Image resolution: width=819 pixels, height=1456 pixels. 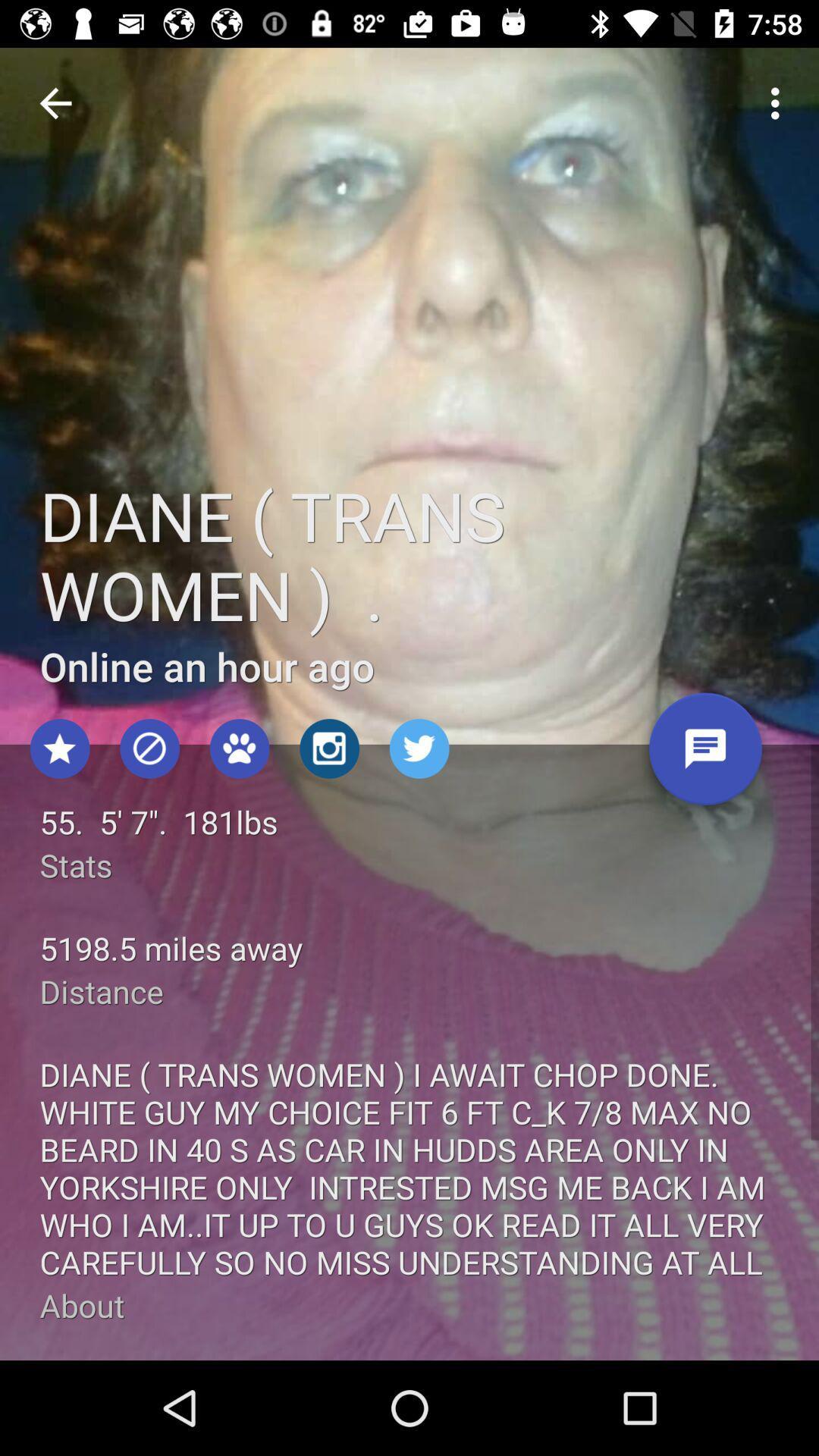 What do you see at coordinates (419, 748) in the screenshot?
I see `the twitter icon` at bounding box center [419, 748].